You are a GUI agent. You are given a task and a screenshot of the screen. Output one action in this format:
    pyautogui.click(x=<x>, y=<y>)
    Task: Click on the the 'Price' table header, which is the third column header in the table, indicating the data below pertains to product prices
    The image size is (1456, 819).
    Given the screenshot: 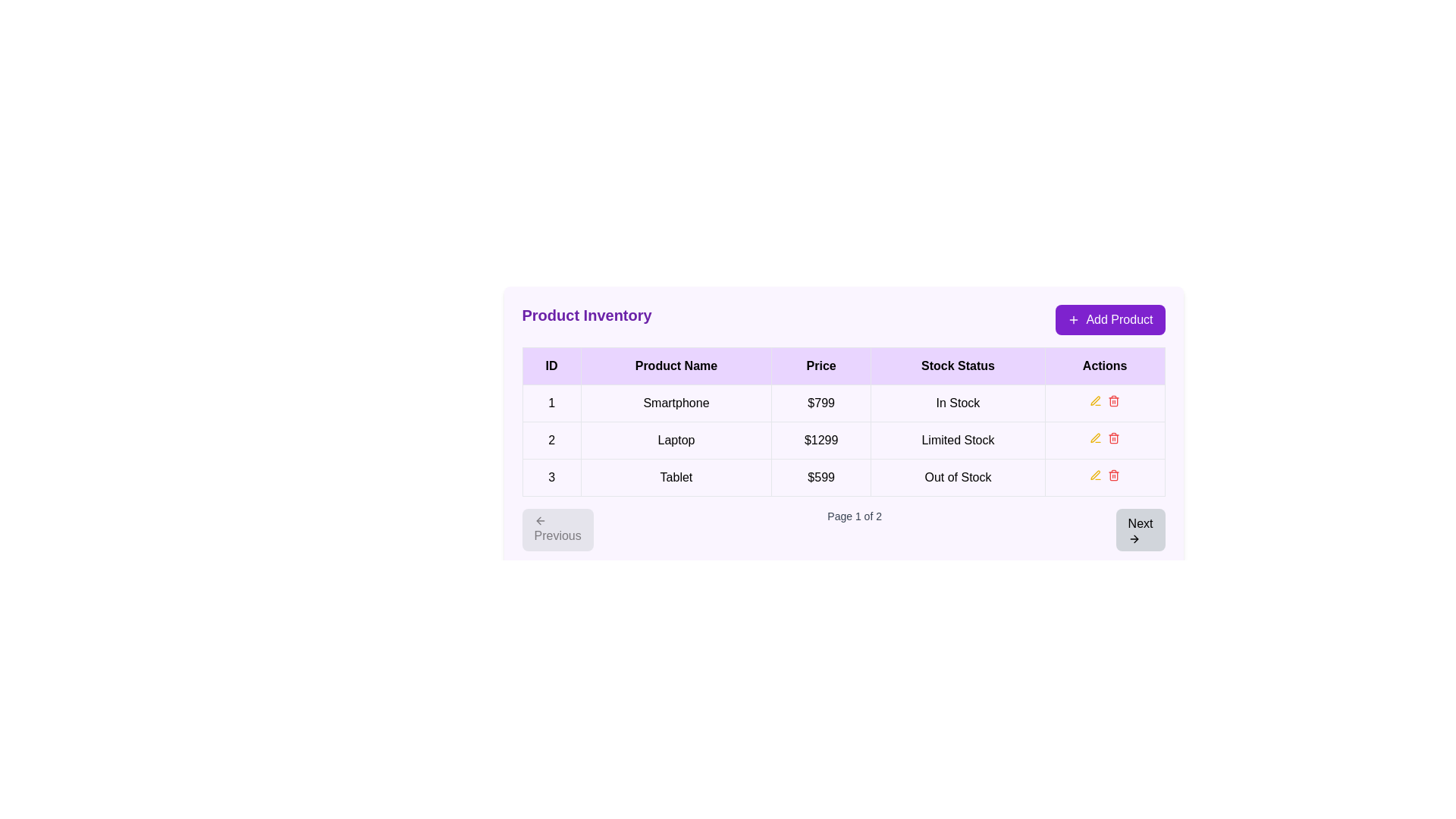 What is the action you would take?
    pyautogui.click(x=821, y=366)
    